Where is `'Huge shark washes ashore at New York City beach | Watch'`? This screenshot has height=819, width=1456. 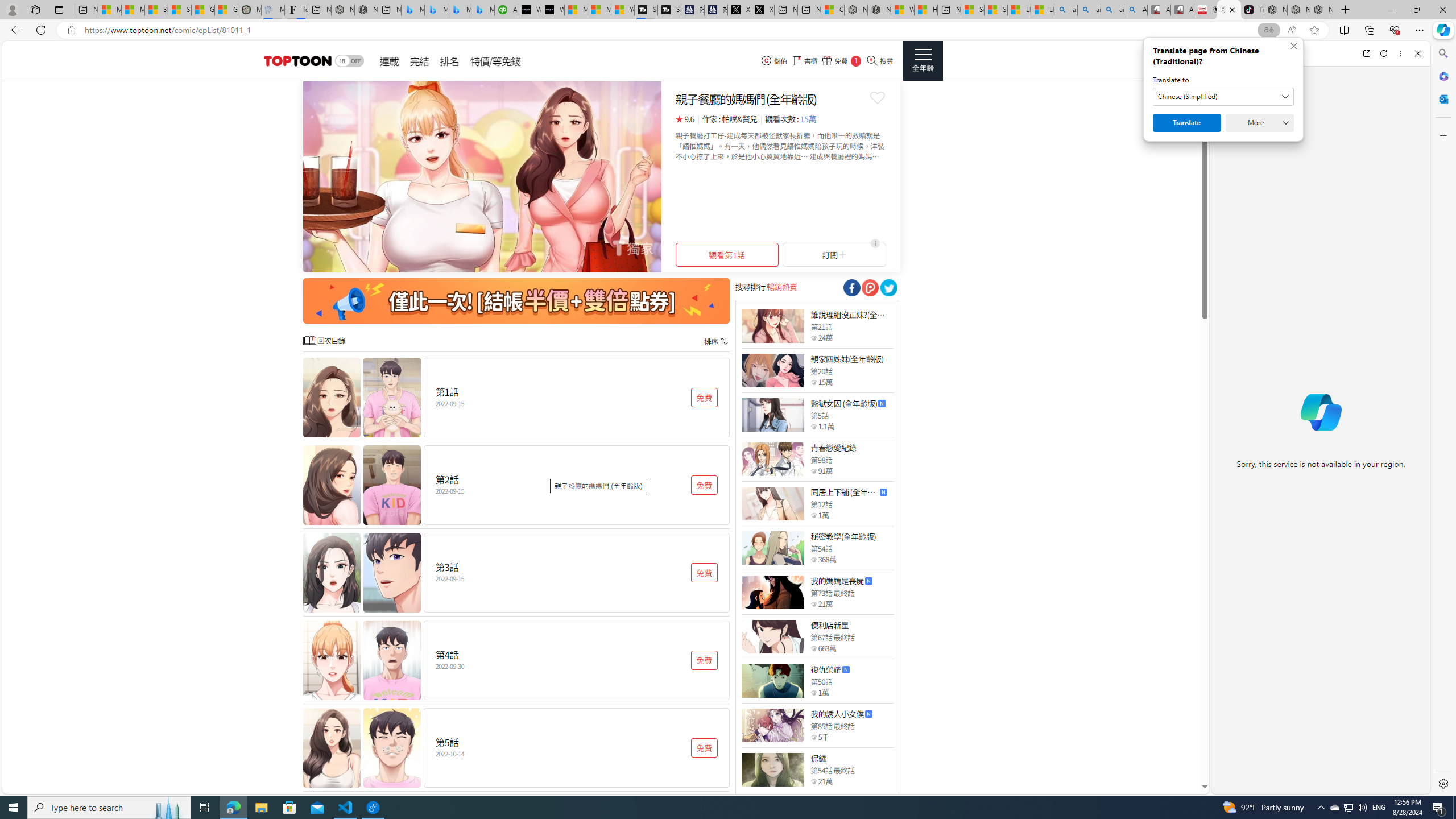
'Huge shark washes ashore at New York City beach | Watch' is located at coordinates (925, 9).